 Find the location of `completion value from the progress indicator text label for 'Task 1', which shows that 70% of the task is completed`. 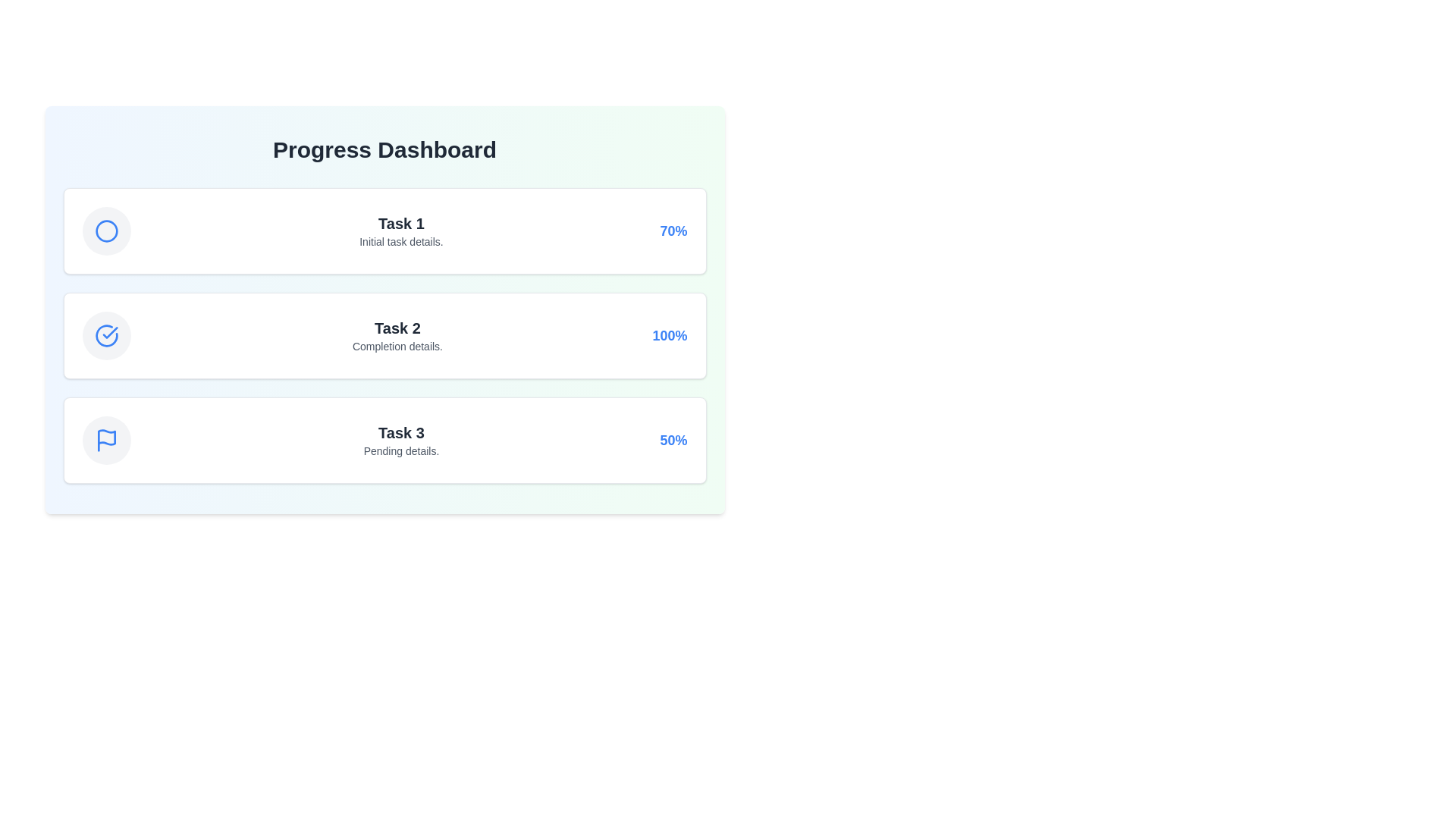

completion value from the progress indicator text label for 'Task 1', which shows that 70% of the task is completed is located at coordinates (673, 231).